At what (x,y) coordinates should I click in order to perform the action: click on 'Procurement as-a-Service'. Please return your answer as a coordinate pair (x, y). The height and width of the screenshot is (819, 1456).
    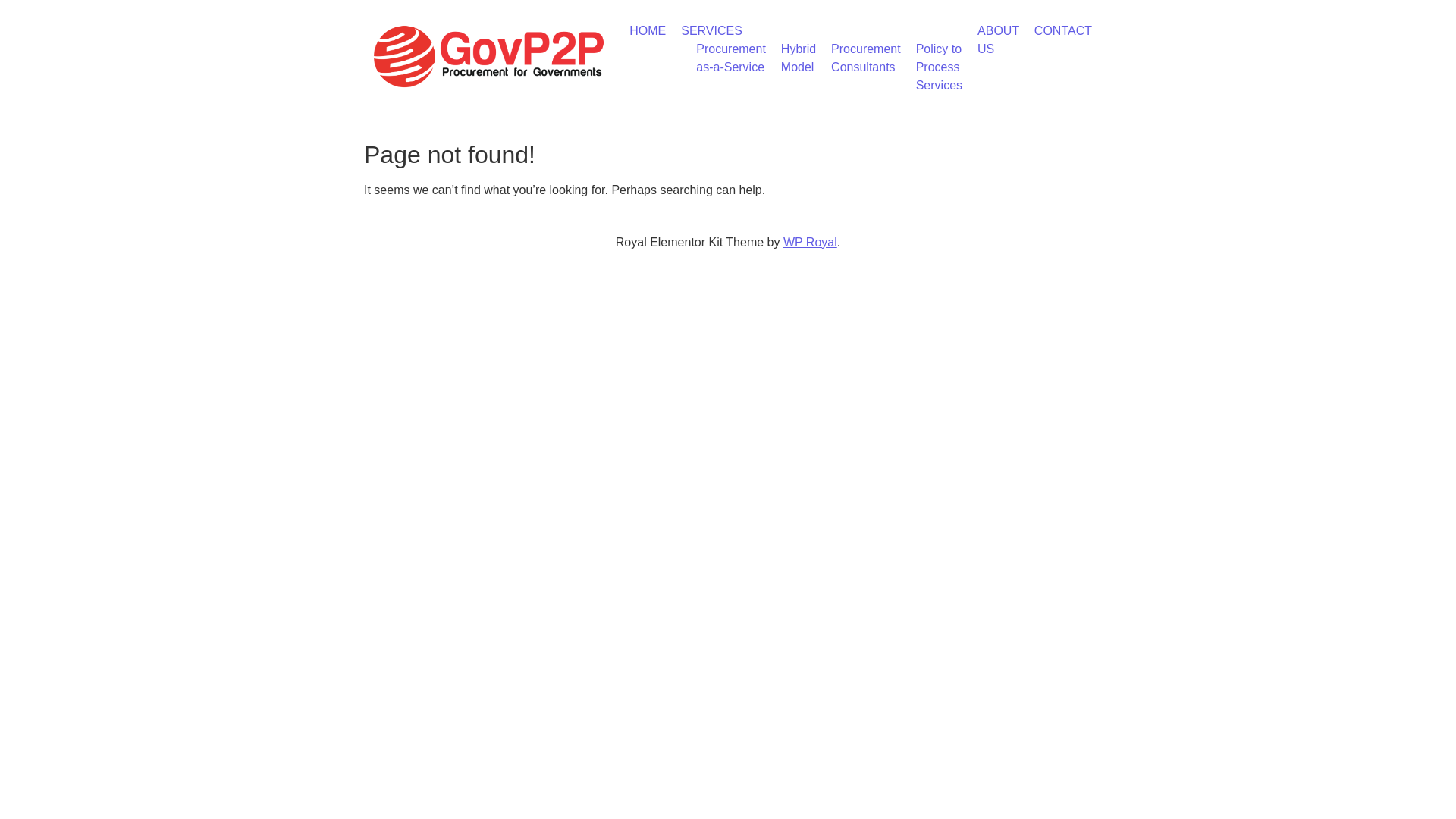
    Looking at the image, I should click on (695, 57).